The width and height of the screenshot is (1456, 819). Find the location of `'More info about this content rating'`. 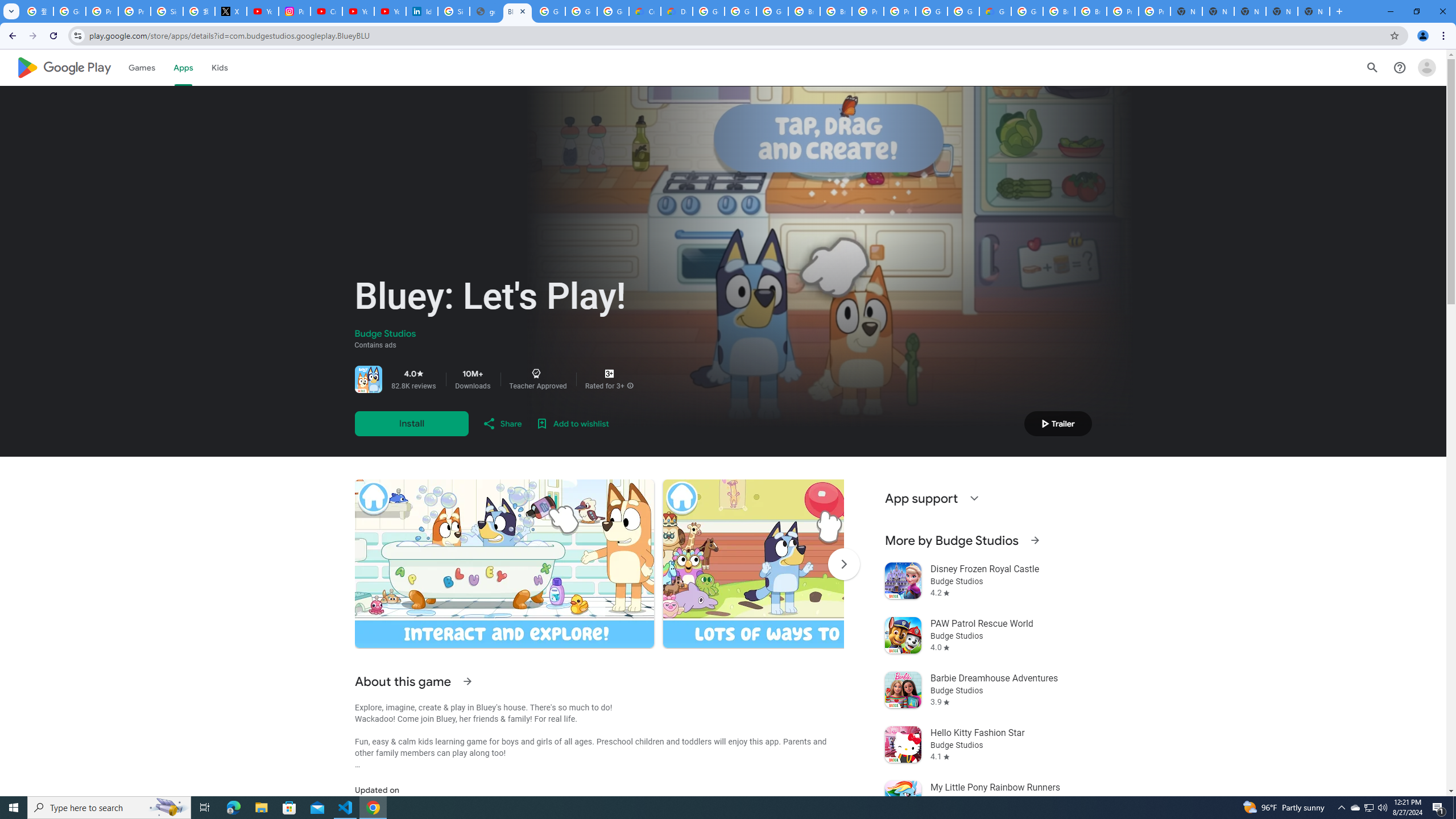

'More info about this content rating' is located at coordinates (630, 385).